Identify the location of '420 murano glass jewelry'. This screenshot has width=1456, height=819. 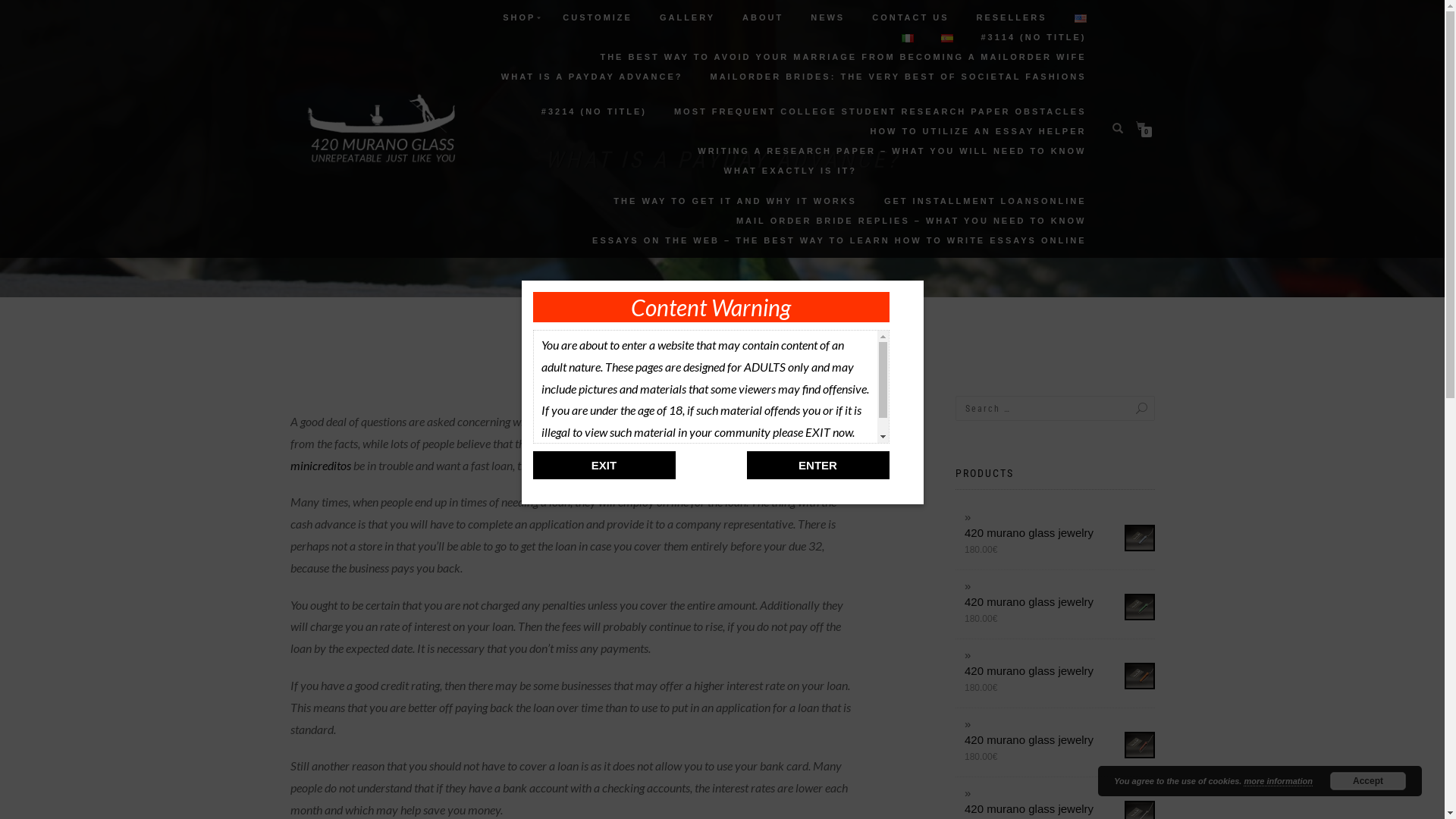
(1059, 670).